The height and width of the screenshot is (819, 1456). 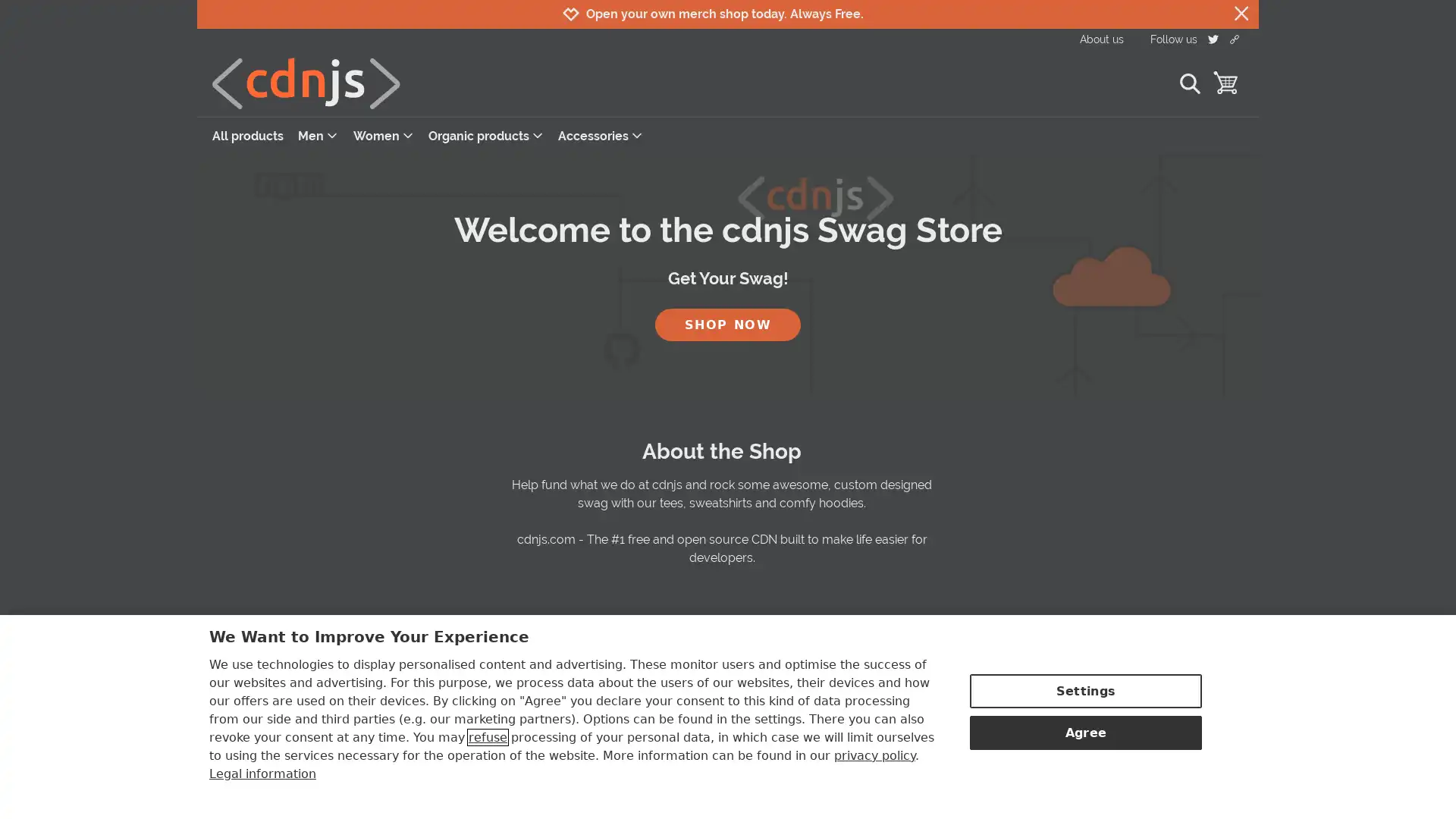 I want to click on Settings, so click(x=1084, y=689).